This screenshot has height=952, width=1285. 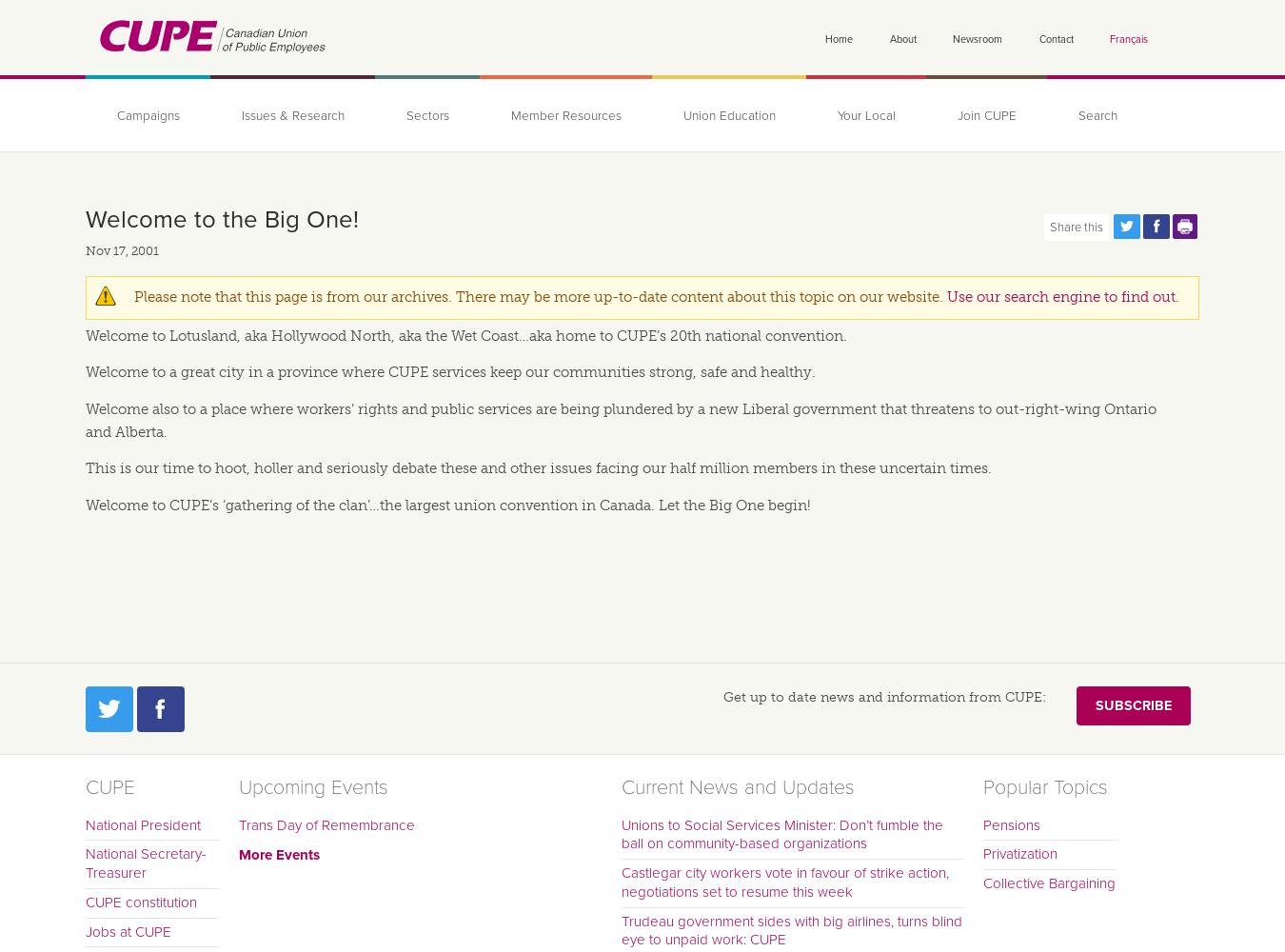 I want to click on 'Popular Topics', so click(x=1044, y=785).